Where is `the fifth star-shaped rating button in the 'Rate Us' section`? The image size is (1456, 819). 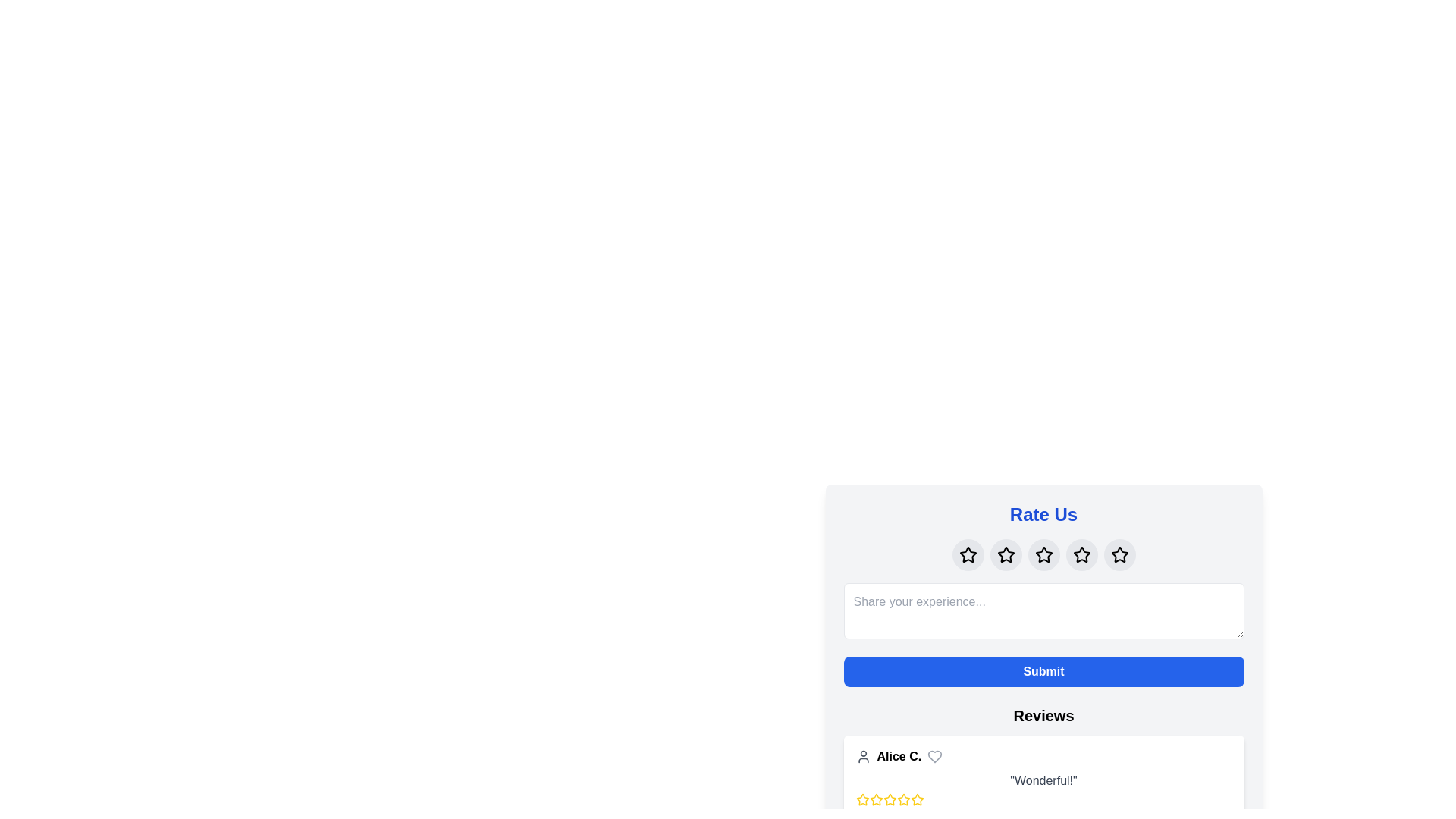
the fifth star-shaped rating button in the 'Rate Us' section is located at coordinates (1119, 555).